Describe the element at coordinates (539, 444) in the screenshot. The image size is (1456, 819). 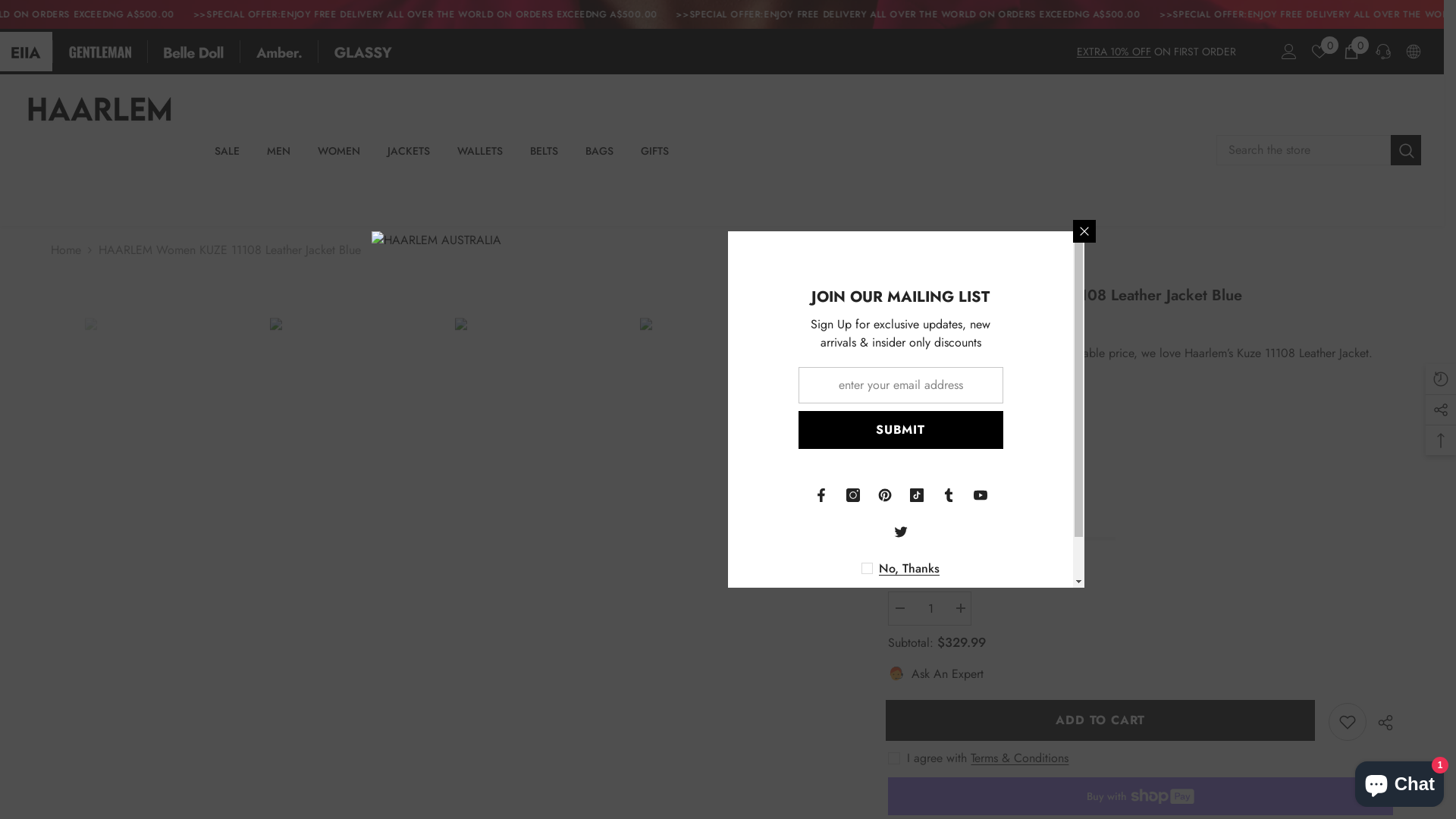
I see `'HAARLEM Women KUZE 11108 Leather Jacket Blue'` at that location.